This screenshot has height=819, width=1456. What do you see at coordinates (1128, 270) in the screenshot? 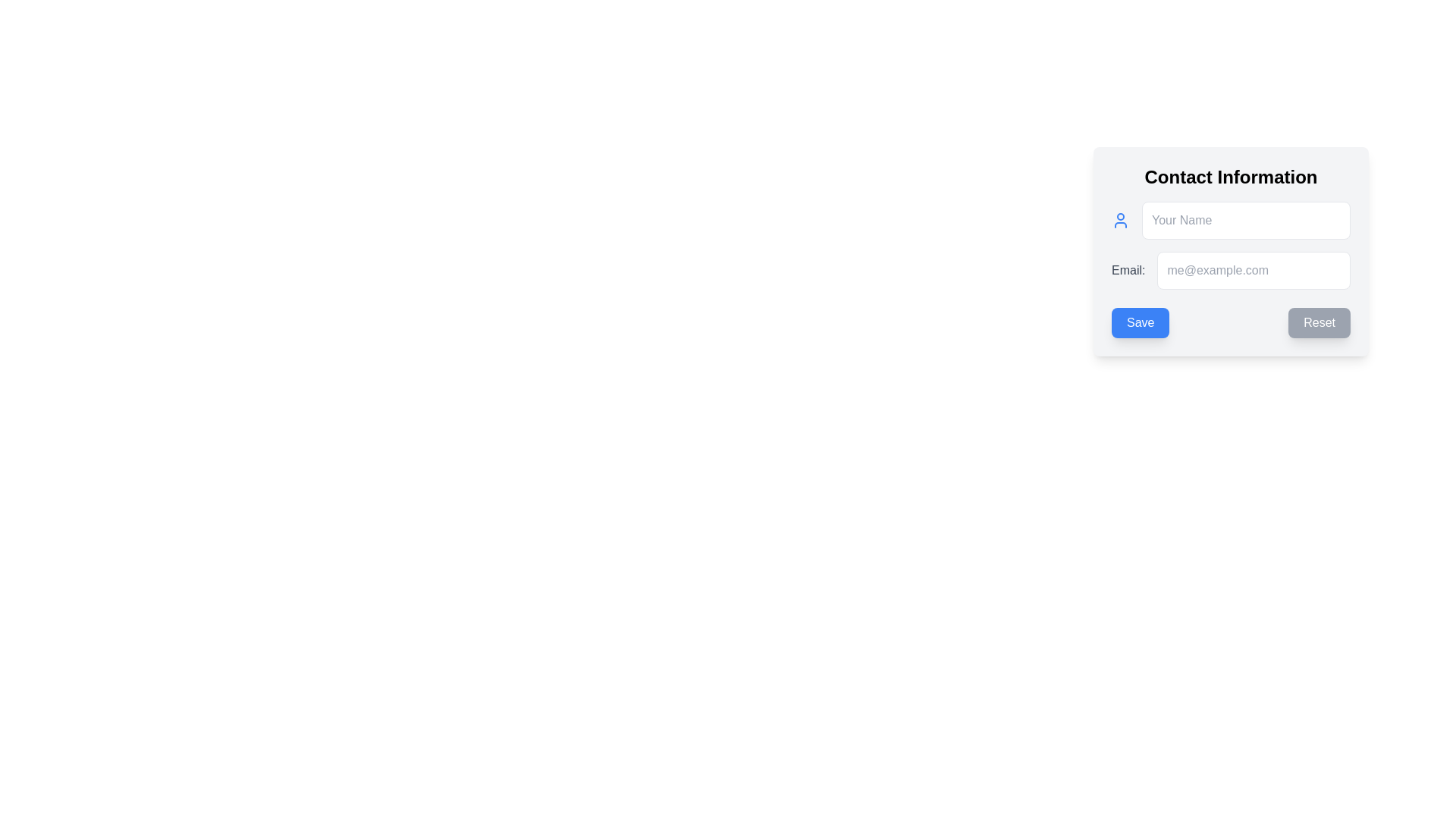
I see `text of the label located in the second row of the form, to the left of the email input field` at bounding box center [1128, 270].